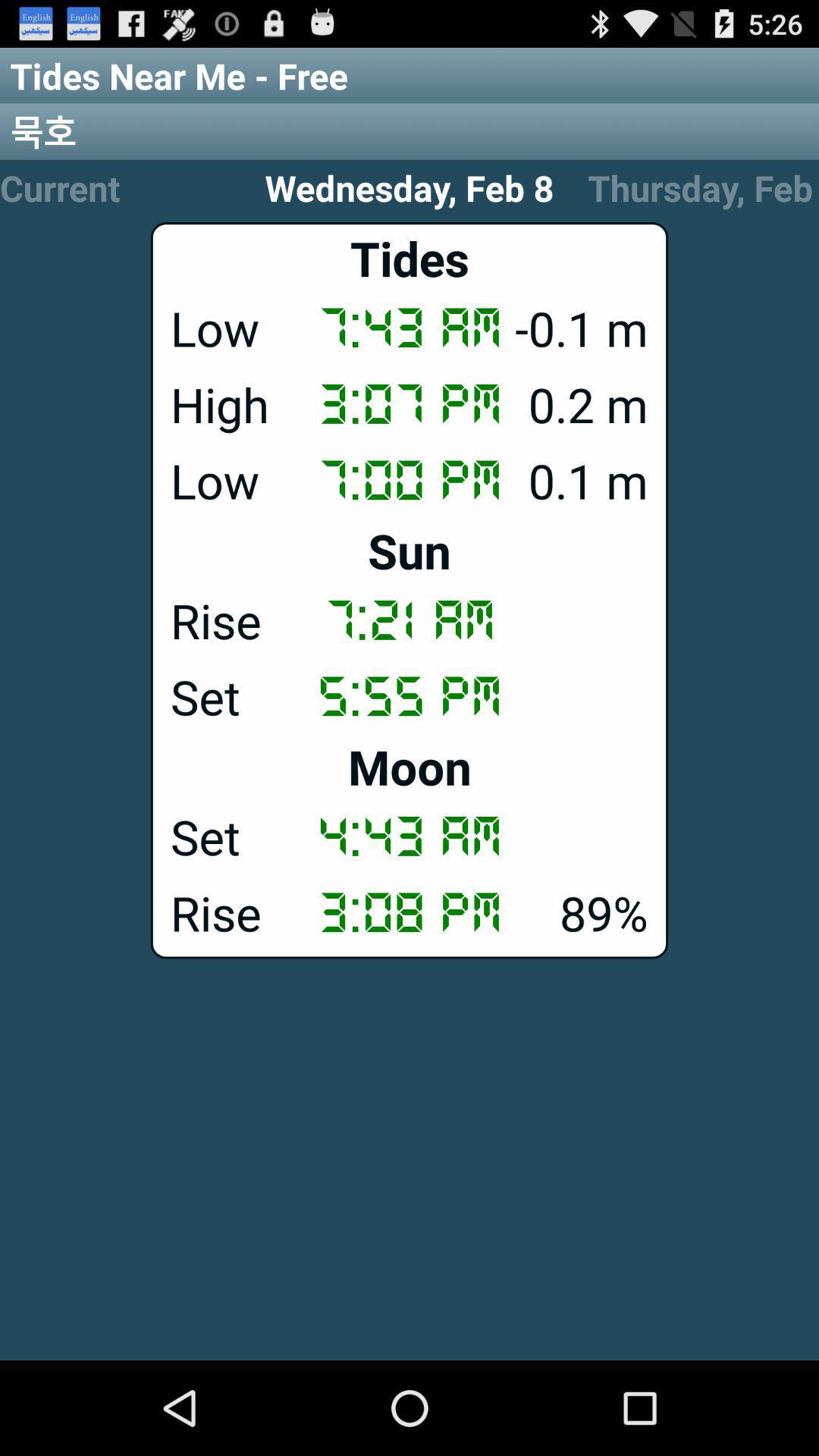 Image resolution: width=819 pixels, height=1456 pixels. Describe the element at coordinates (409, 404) in the screenshot. I see `app above the low` at that location.